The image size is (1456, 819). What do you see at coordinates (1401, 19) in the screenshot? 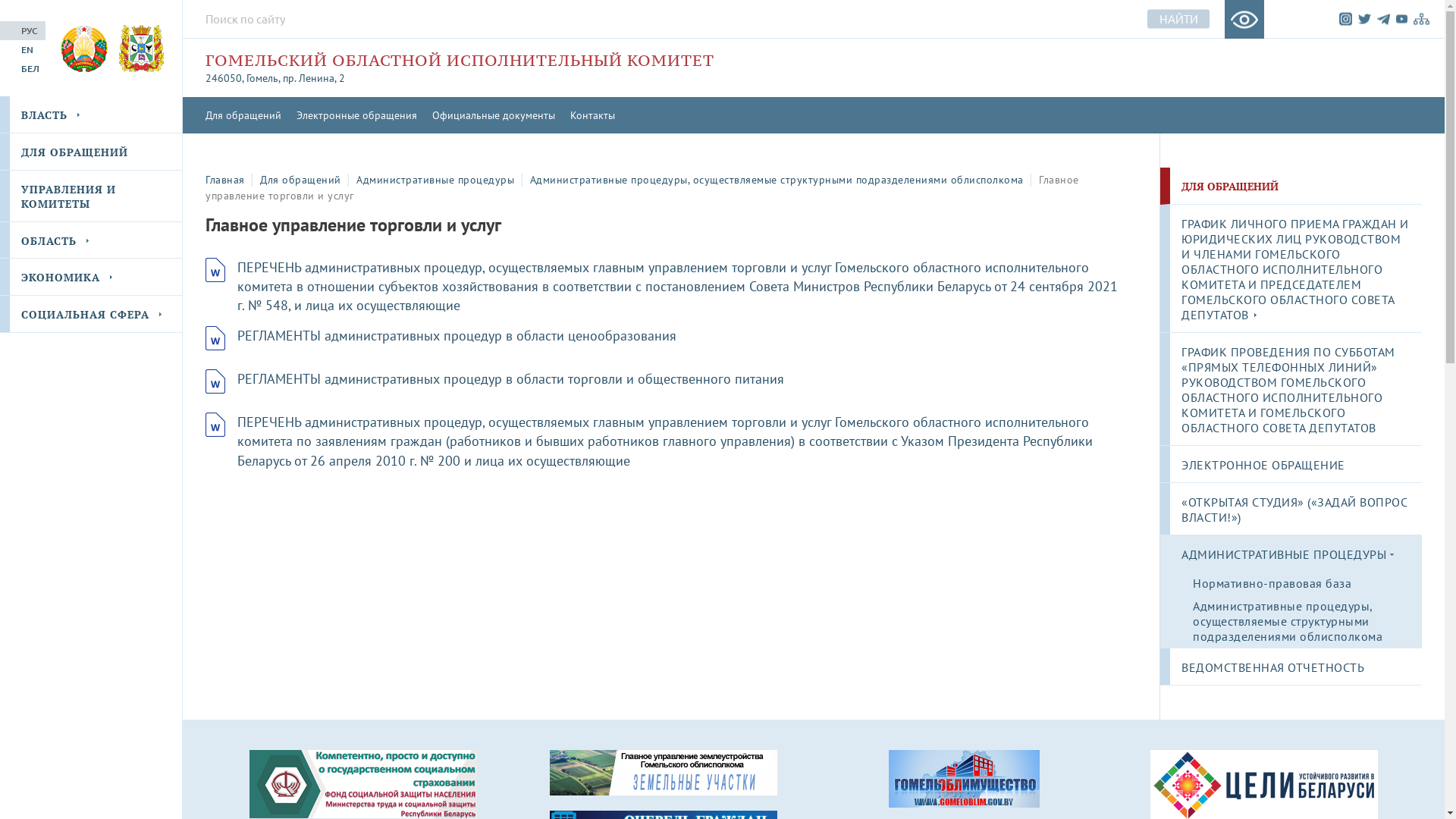
I see `'YouTube'` at bounding box center [1401, 19].